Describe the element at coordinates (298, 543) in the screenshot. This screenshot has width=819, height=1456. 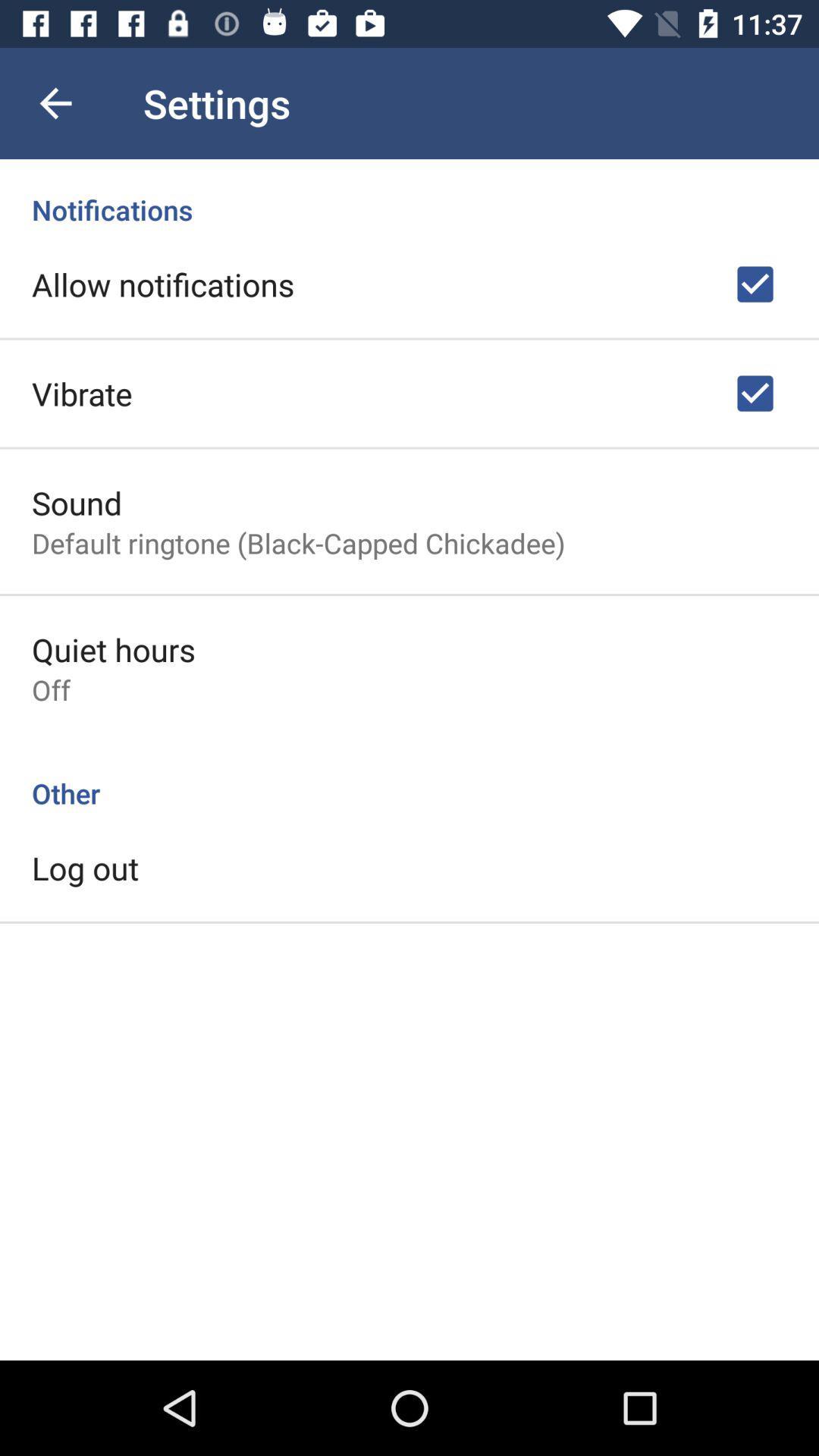
I see `the icon above the quiet hours item` at that location.